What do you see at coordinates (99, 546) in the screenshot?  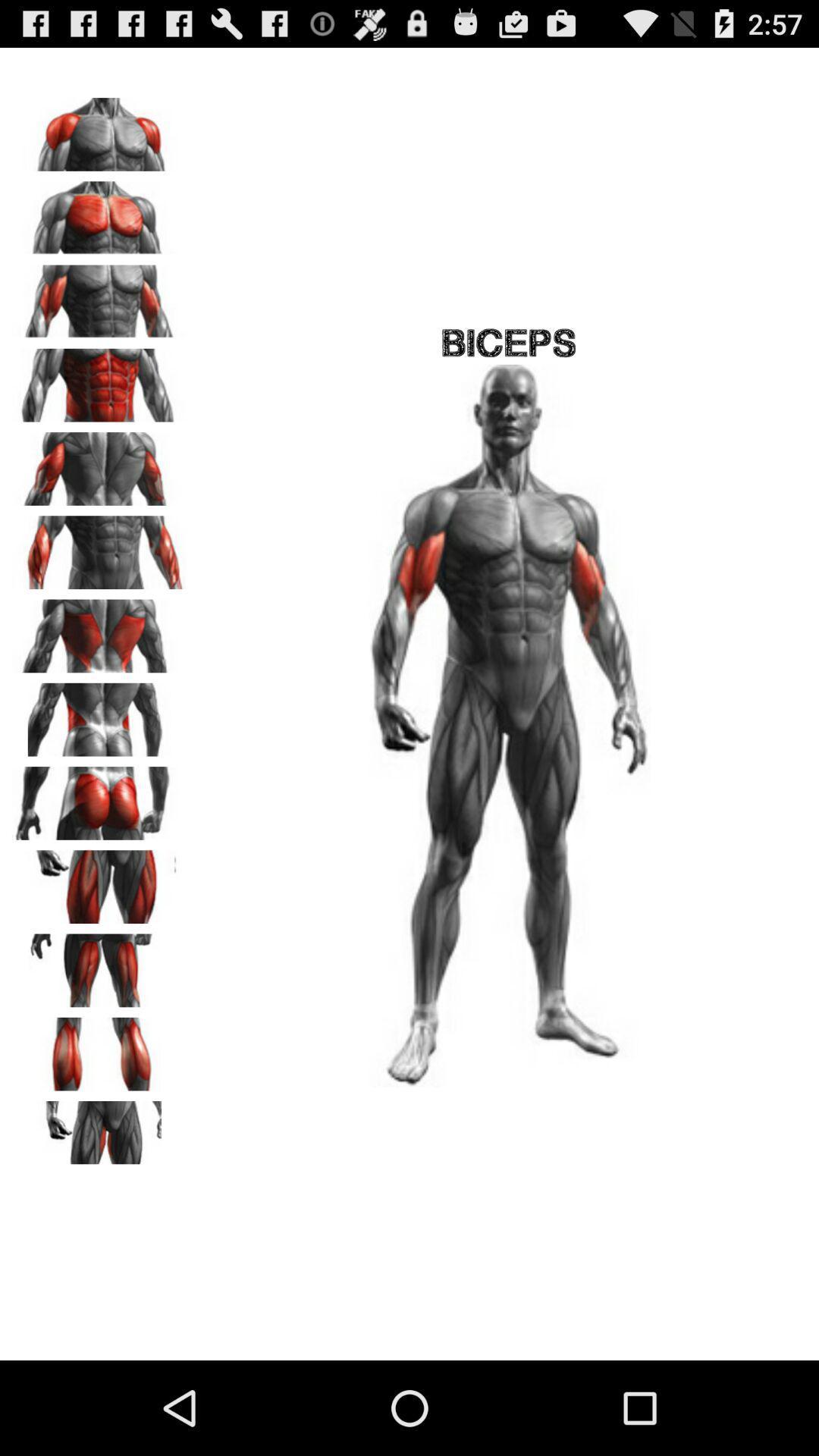 I see `open up info on specific muscle group` at bounding box center [99, 546].